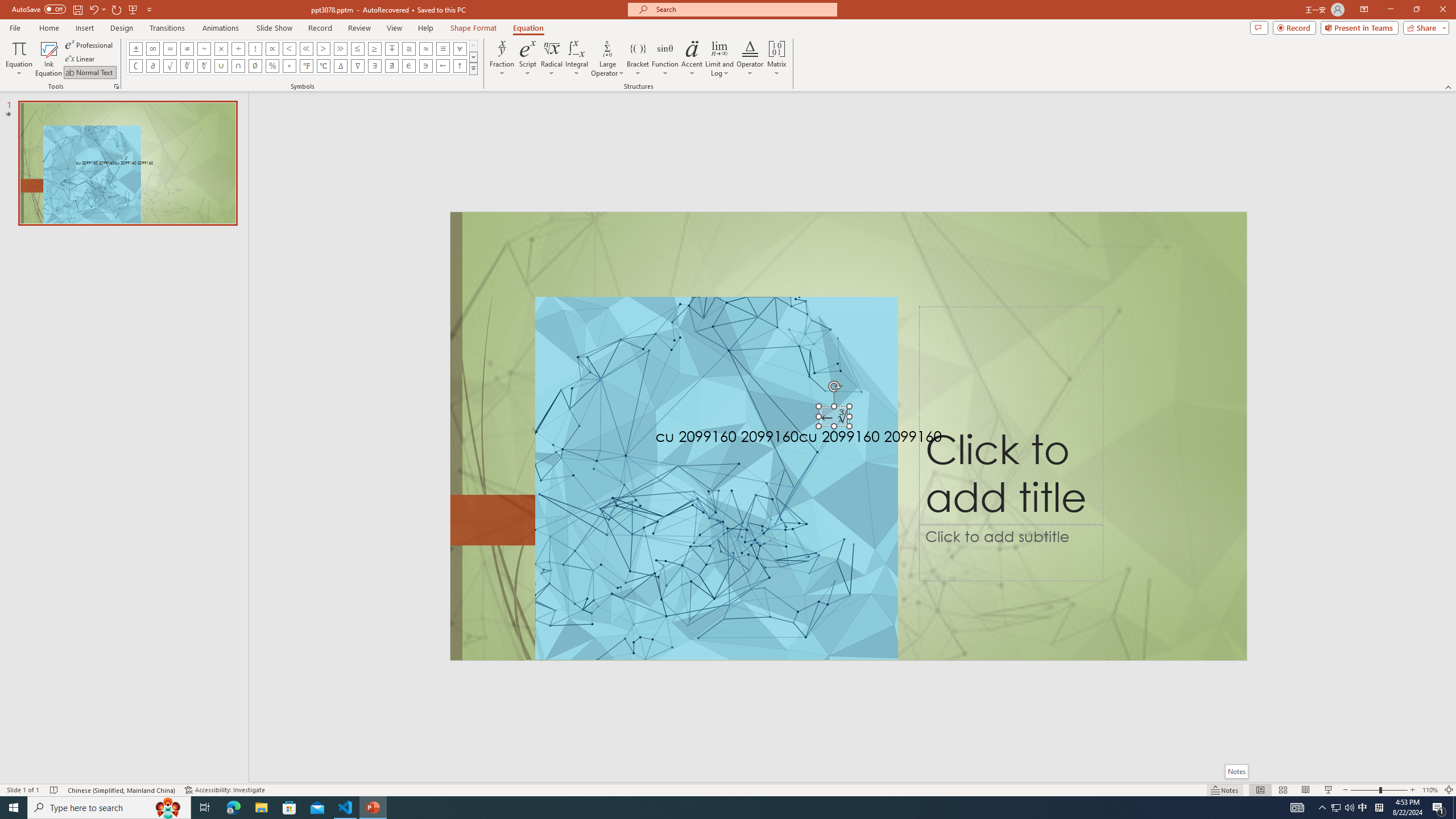 The image size is (1456, 819). I want to click on 'Operator', so click(749, 59).